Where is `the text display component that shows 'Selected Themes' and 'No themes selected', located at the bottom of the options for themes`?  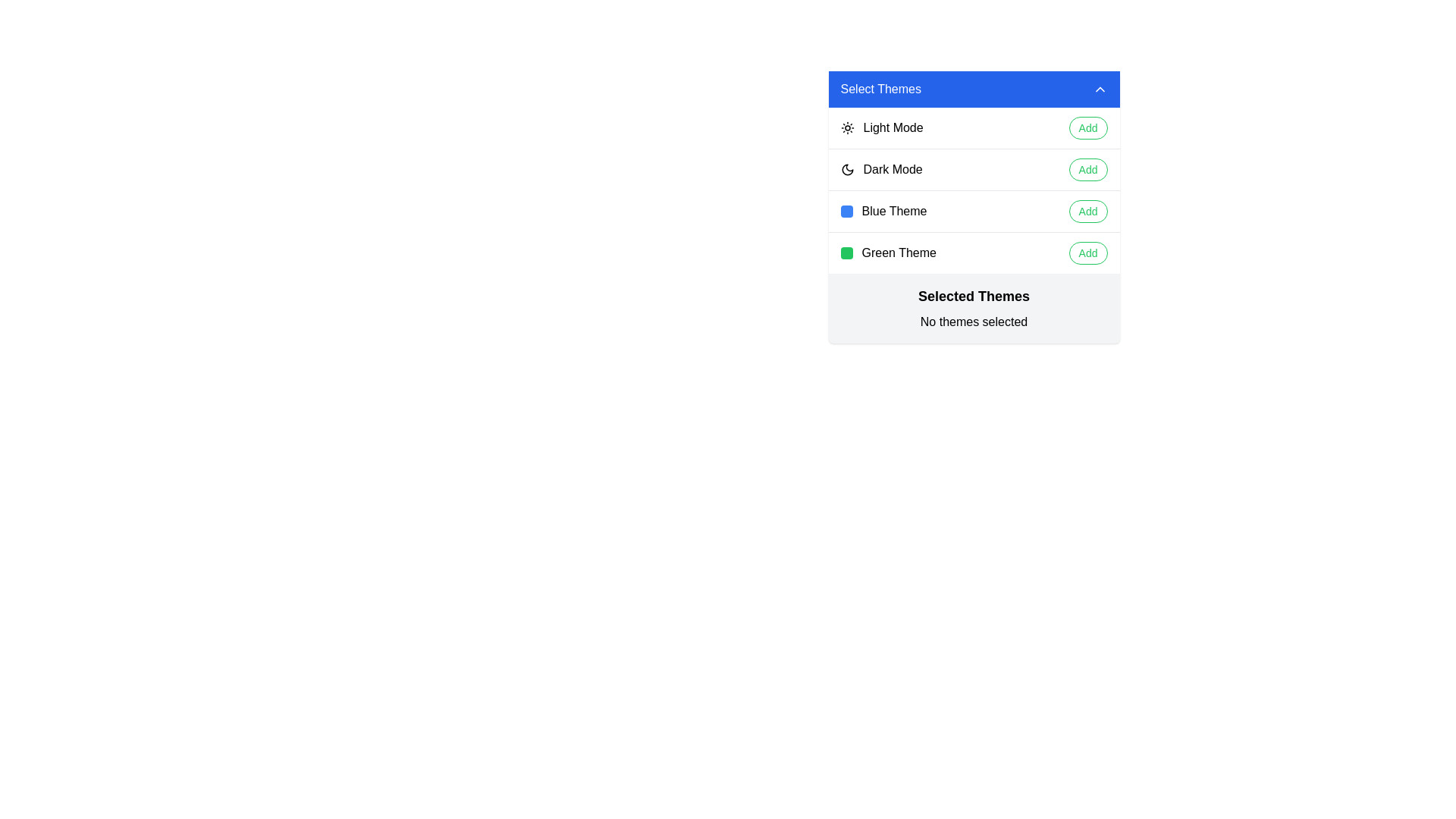
the text display component that shows 'Selected Themes' and 'No themes selected', located at the bottom of the options for themes is located at coordinates (974, 308).